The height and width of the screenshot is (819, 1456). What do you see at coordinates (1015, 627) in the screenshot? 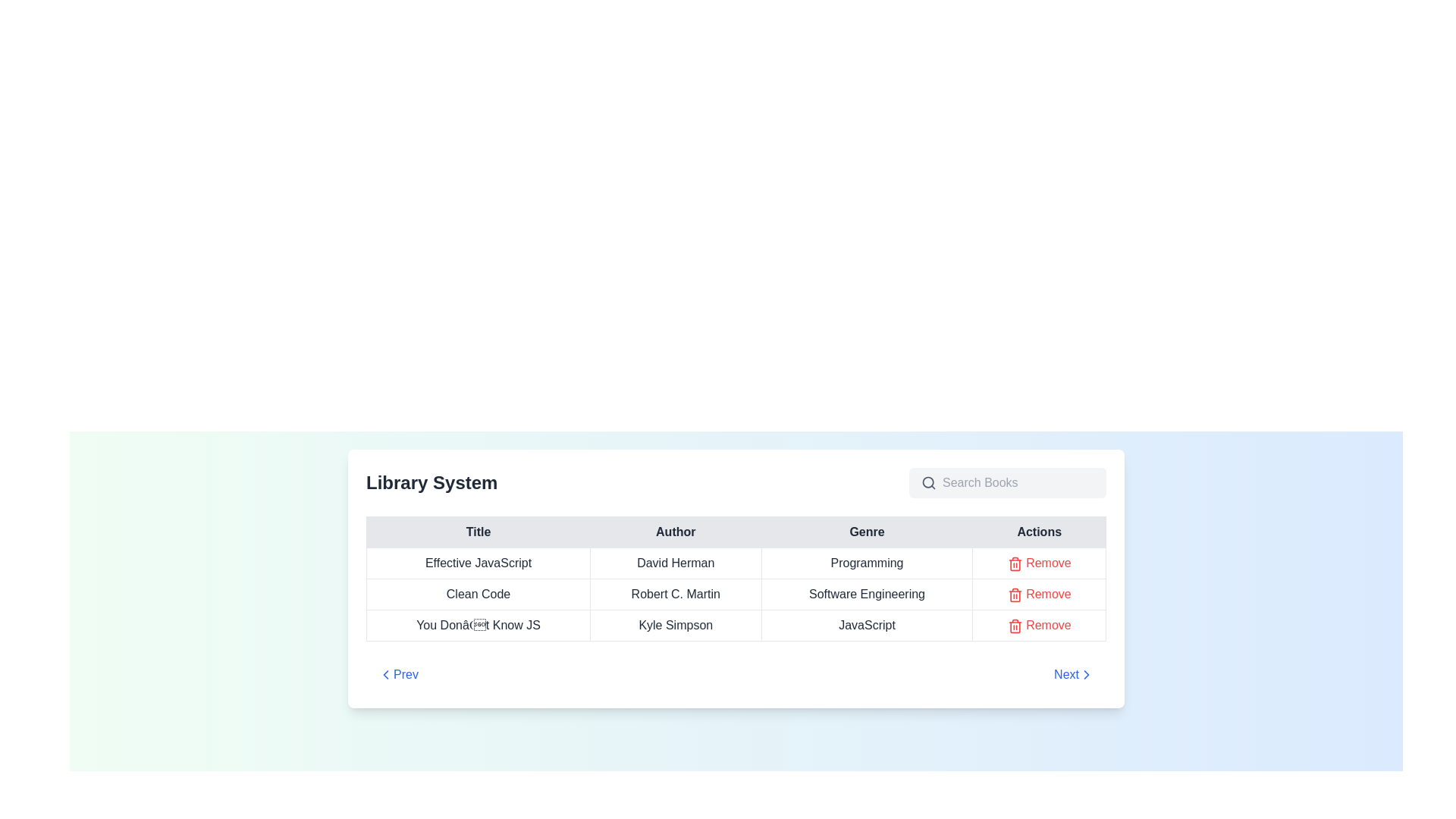
I see `the delete icon/button located in the rightmost column labeled 'Actions' of the table, adjacent to the row containing the book title 'You Don’t Know JS', which is the third instance in that column` at bounding box center [1015, 627].